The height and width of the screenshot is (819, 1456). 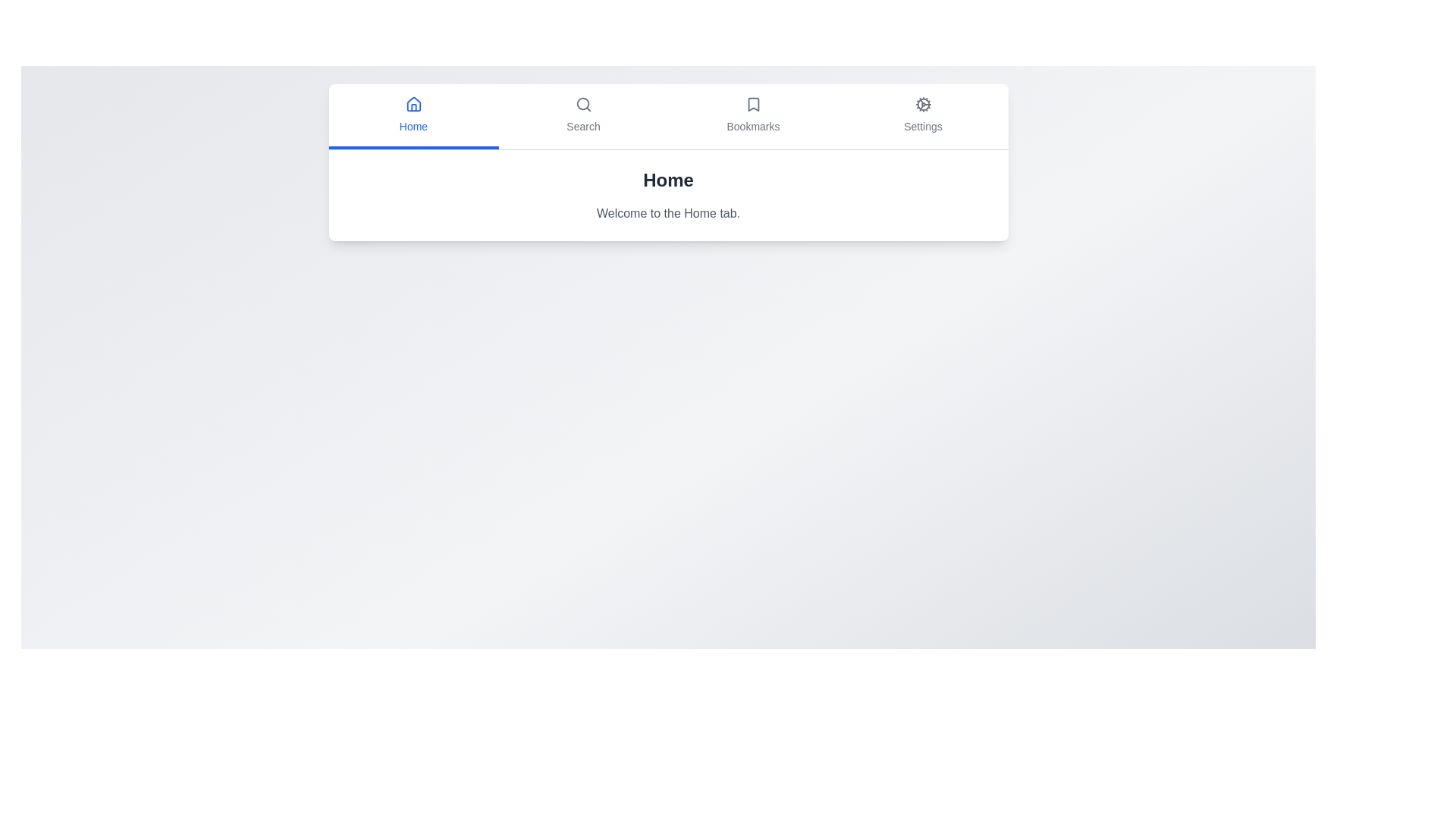 What do you see at coordinates (753, 116) in the screenshot?
I see `the Bookmarks tab by clicking on its button` at bounding box center [753, 116].